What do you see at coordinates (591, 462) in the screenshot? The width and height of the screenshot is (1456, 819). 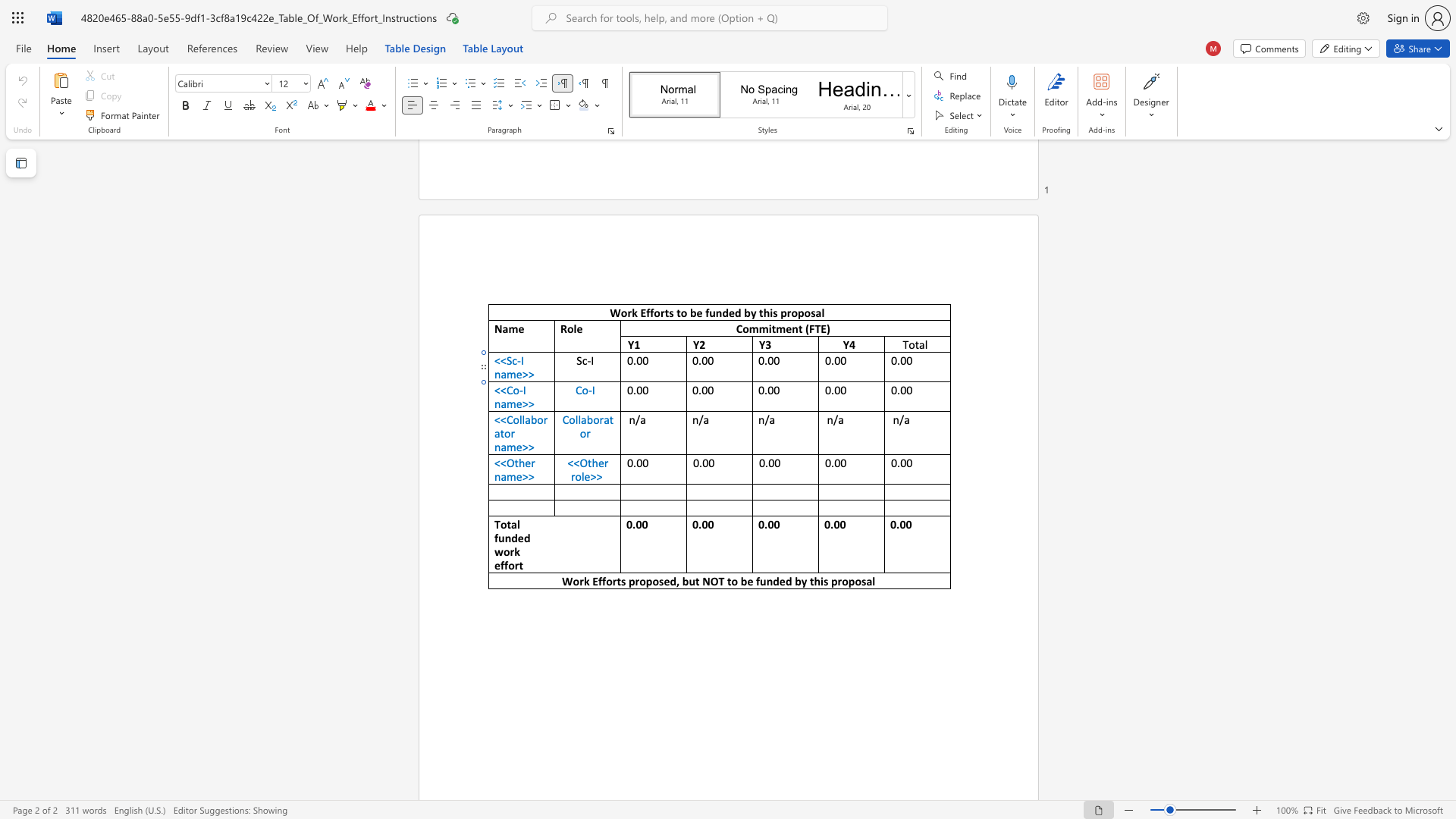 I see `the space between the continuous character "t" and "h" in the text` at bounding box center [591, 462].